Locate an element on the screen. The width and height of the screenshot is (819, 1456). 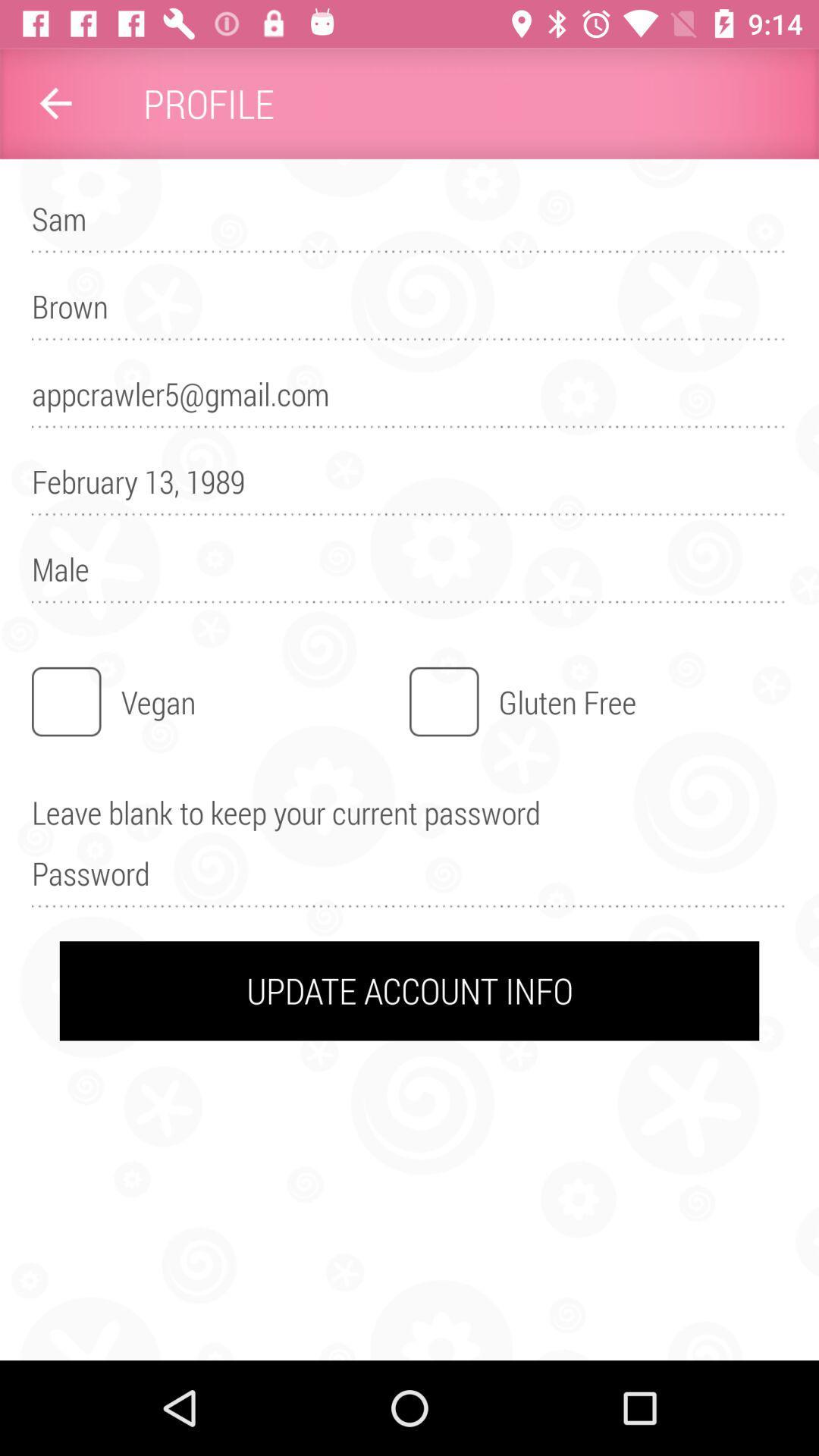
icon below the february 13, 1989 is located at coordinates (409, 576).